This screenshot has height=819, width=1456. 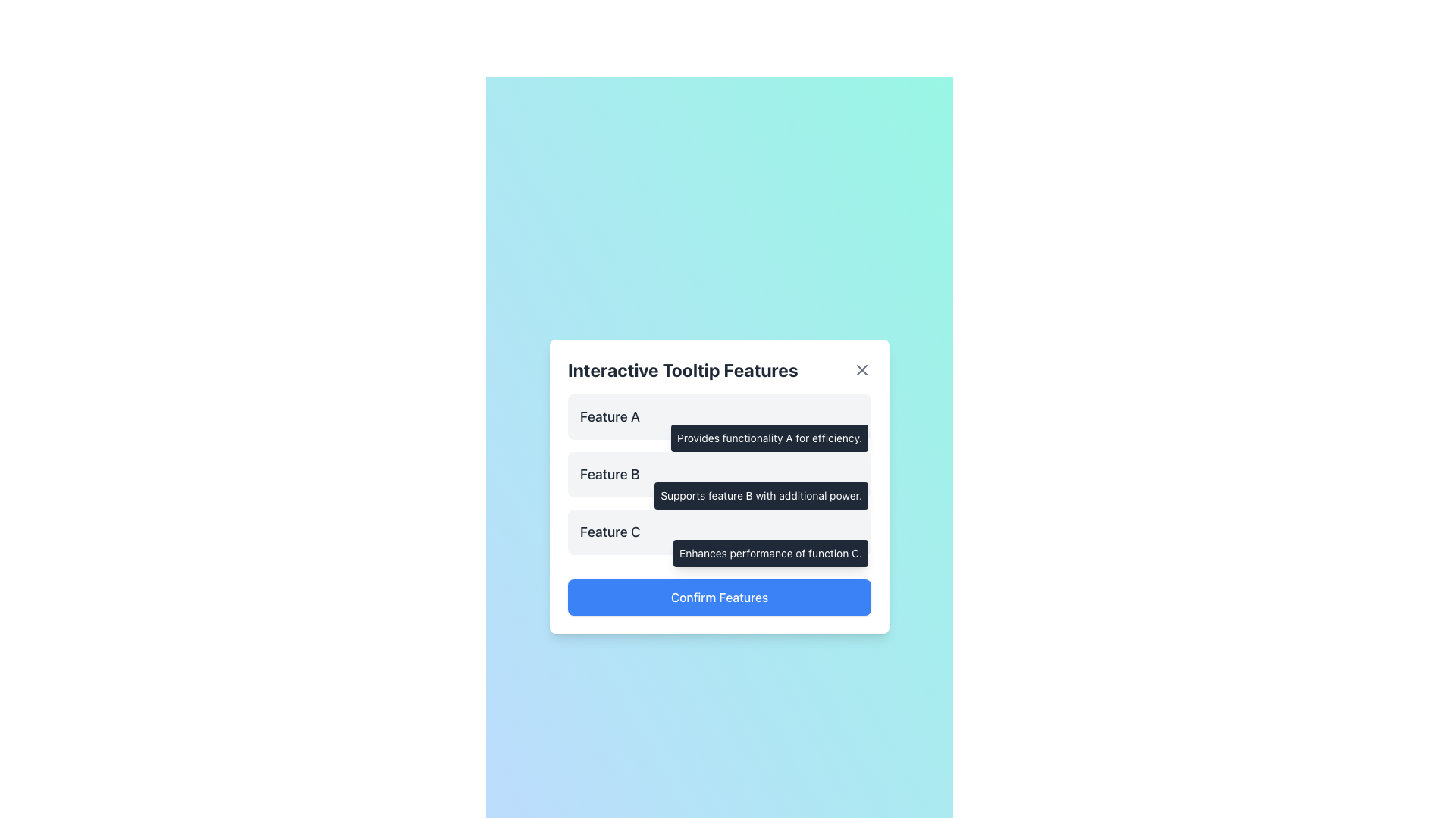 What do you see at coordinates (719, 596) in the screenshot?
I see `the rectangular button with a blue background and white text that reads 'Confirm Features' to confirm the selection` at bounding box center [719, 596].